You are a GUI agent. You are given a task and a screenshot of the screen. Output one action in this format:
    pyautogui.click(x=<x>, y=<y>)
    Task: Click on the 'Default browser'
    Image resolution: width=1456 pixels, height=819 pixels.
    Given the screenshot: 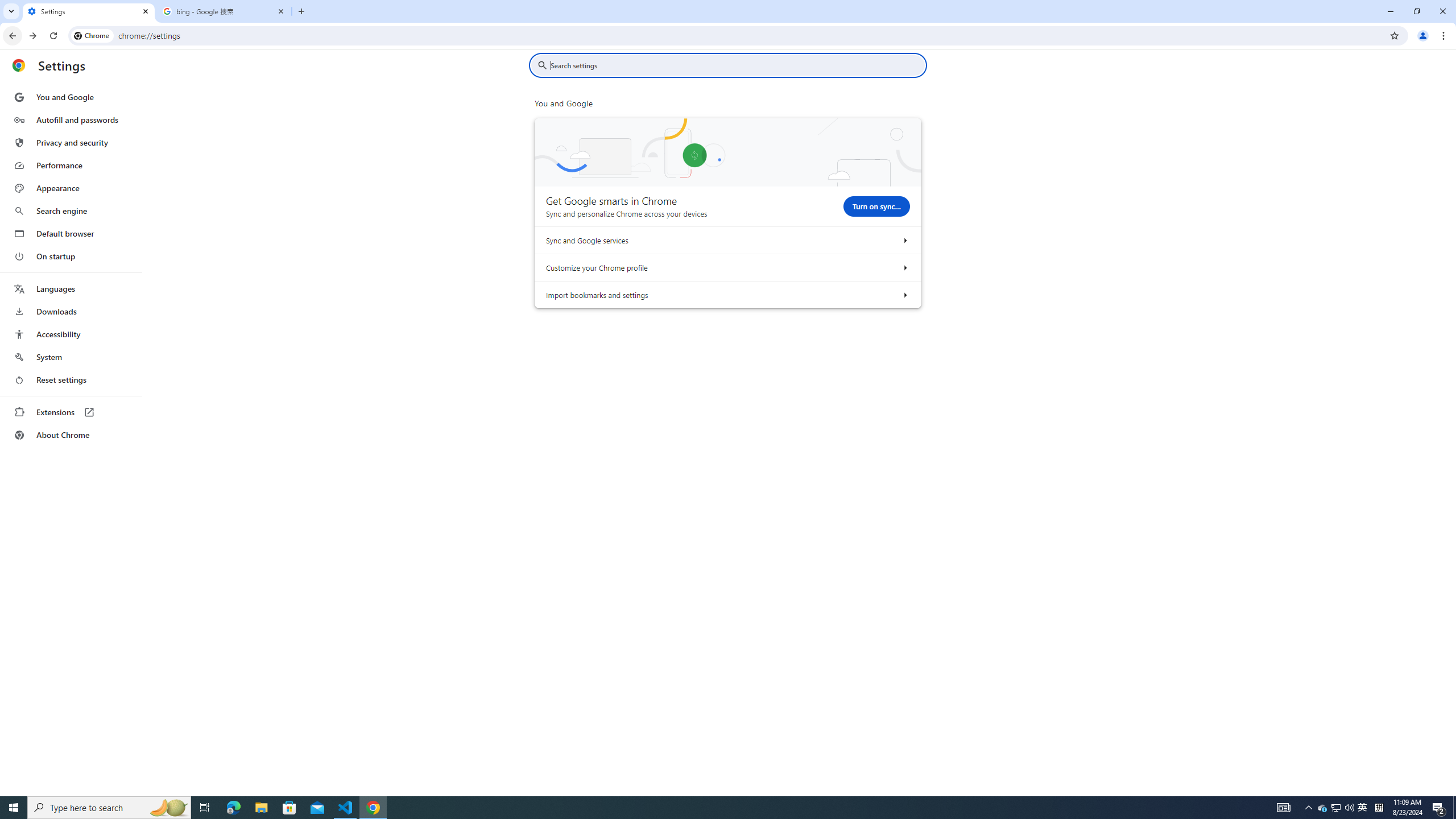 What is the action you would take?
    pyautogui.click(x=70, y=233)
    